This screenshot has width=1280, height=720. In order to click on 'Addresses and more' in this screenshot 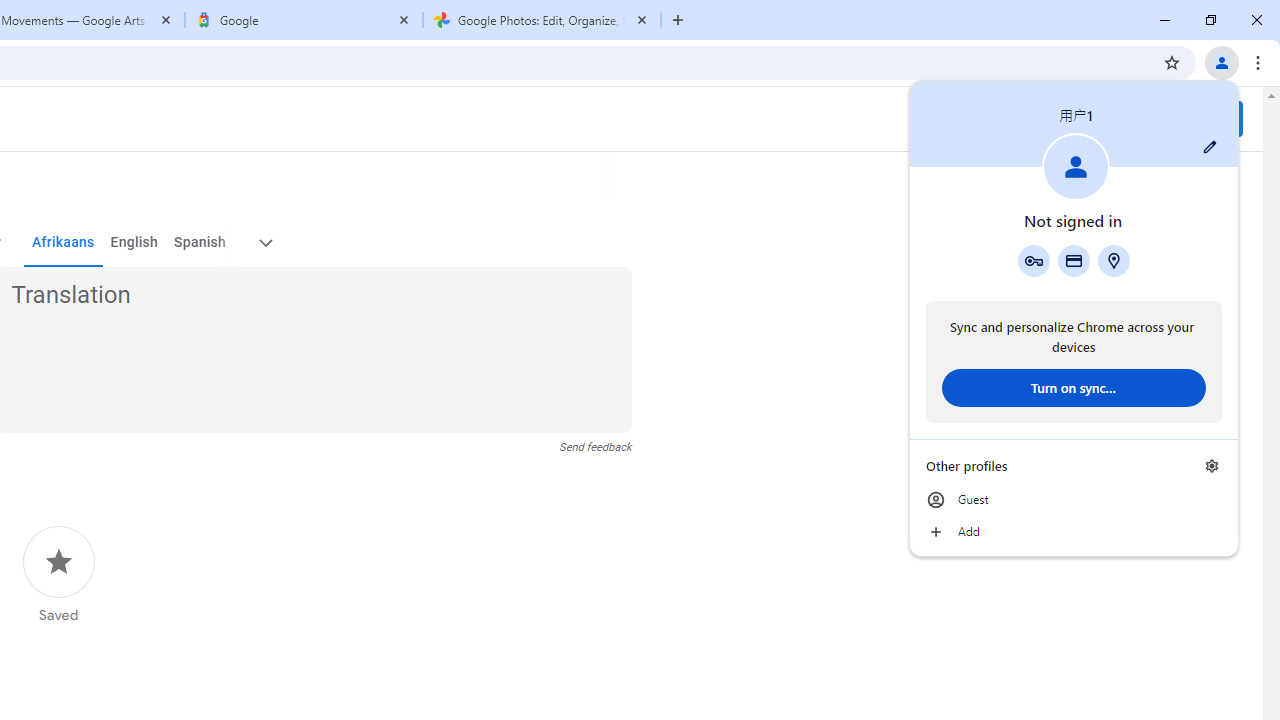, I will do `click(1113, 260)`.